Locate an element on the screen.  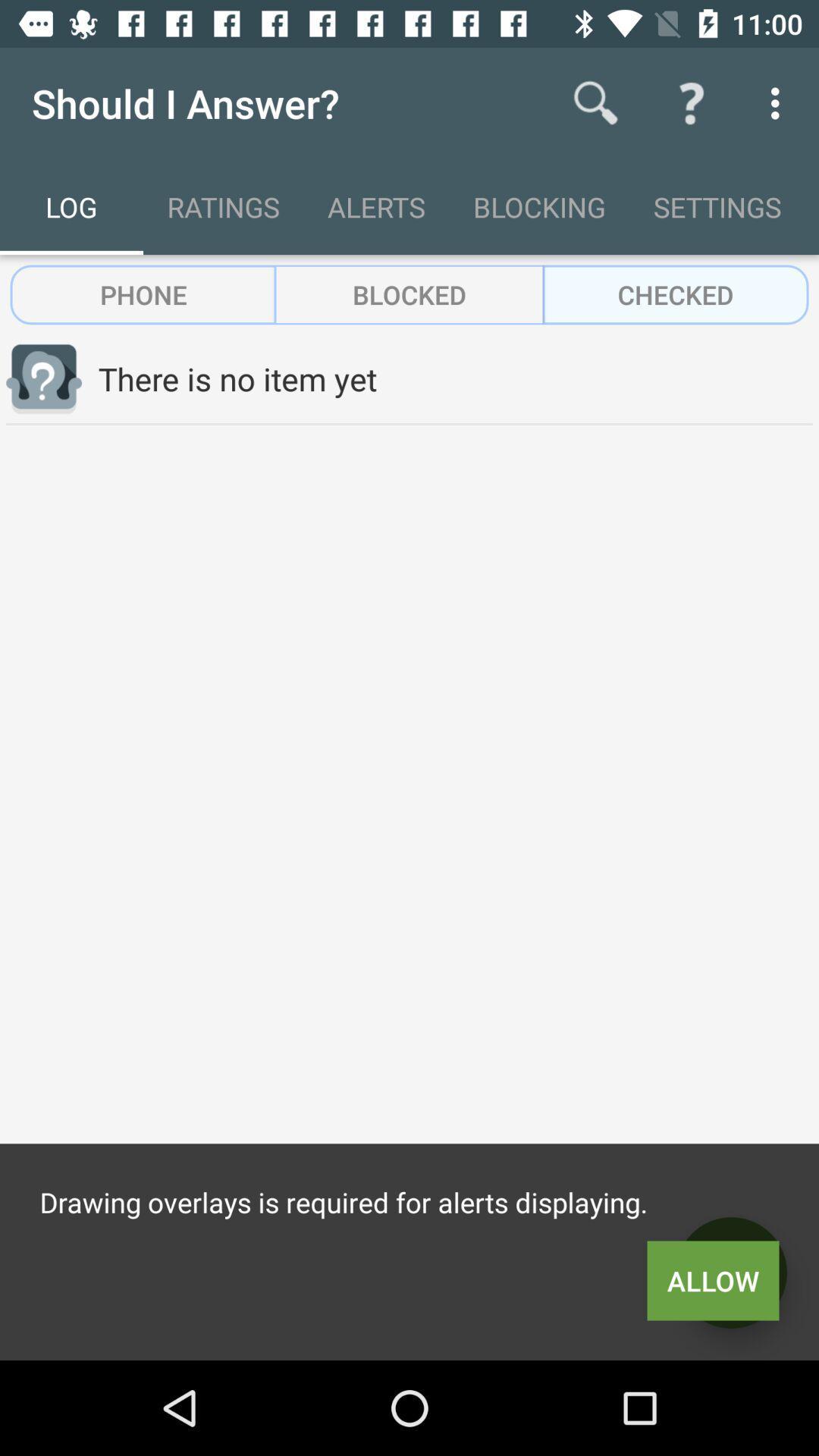
checked is located at coordinates (675, 294).